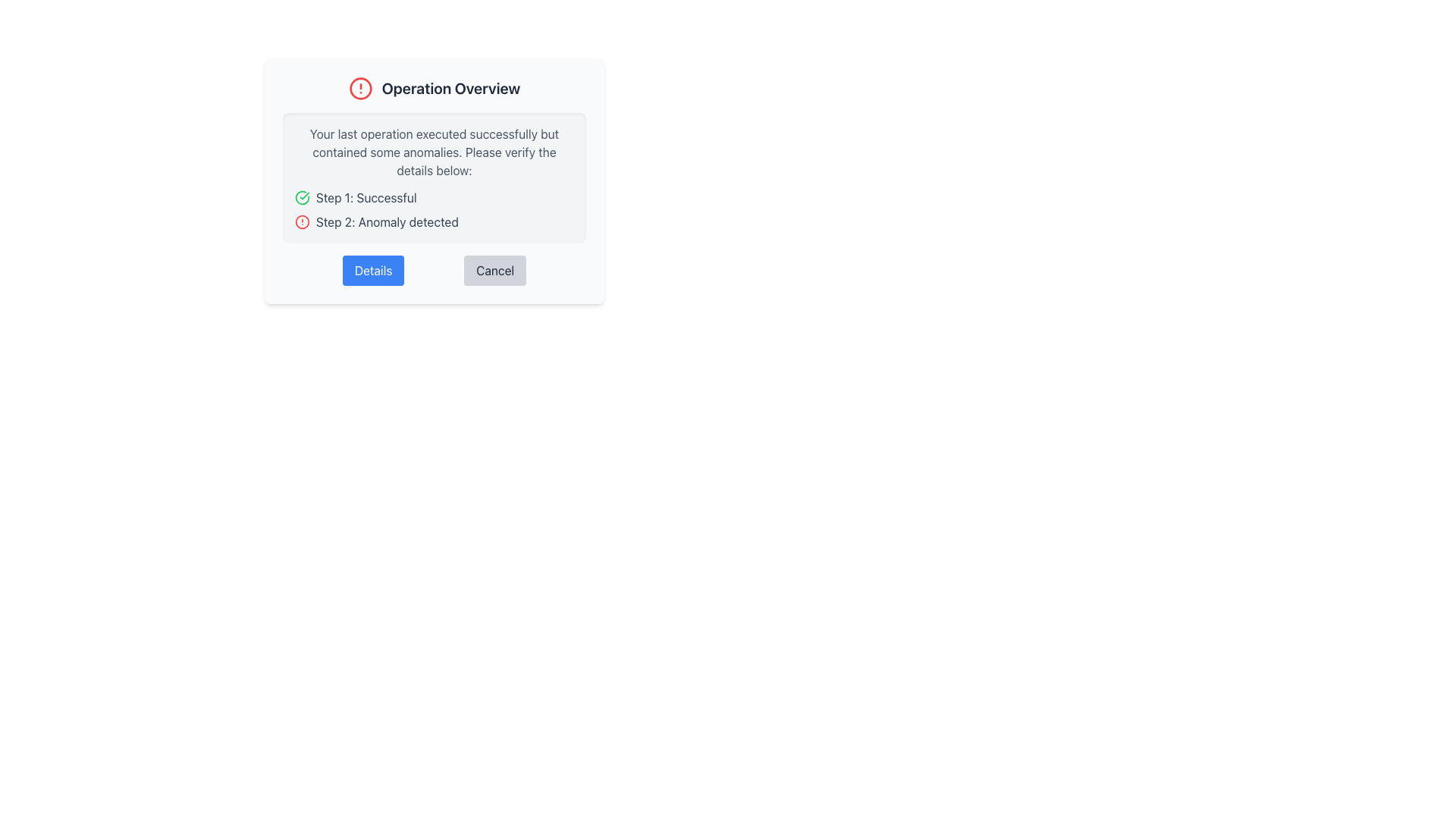  Describe the element at coordinates (359, 88) in the screenshot. I see `the SVG circle graphical element located at the center of the warning icon in the 'Operation Overview' popup, above the status messages` at that location.